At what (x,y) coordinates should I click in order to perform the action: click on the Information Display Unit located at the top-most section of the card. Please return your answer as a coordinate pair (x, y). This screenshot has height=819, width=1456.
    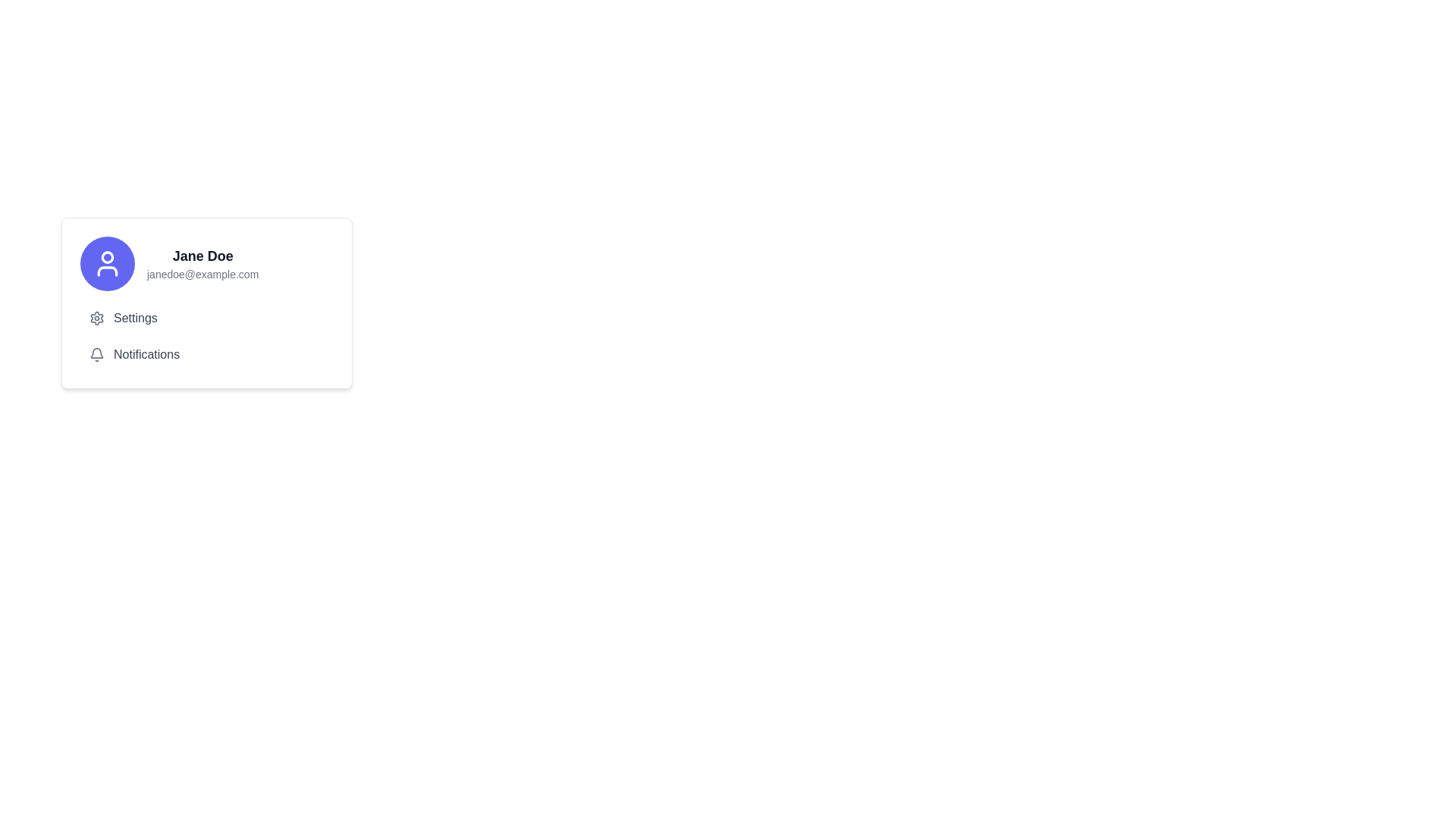
    Looking at the image, I should click on (206, 262).